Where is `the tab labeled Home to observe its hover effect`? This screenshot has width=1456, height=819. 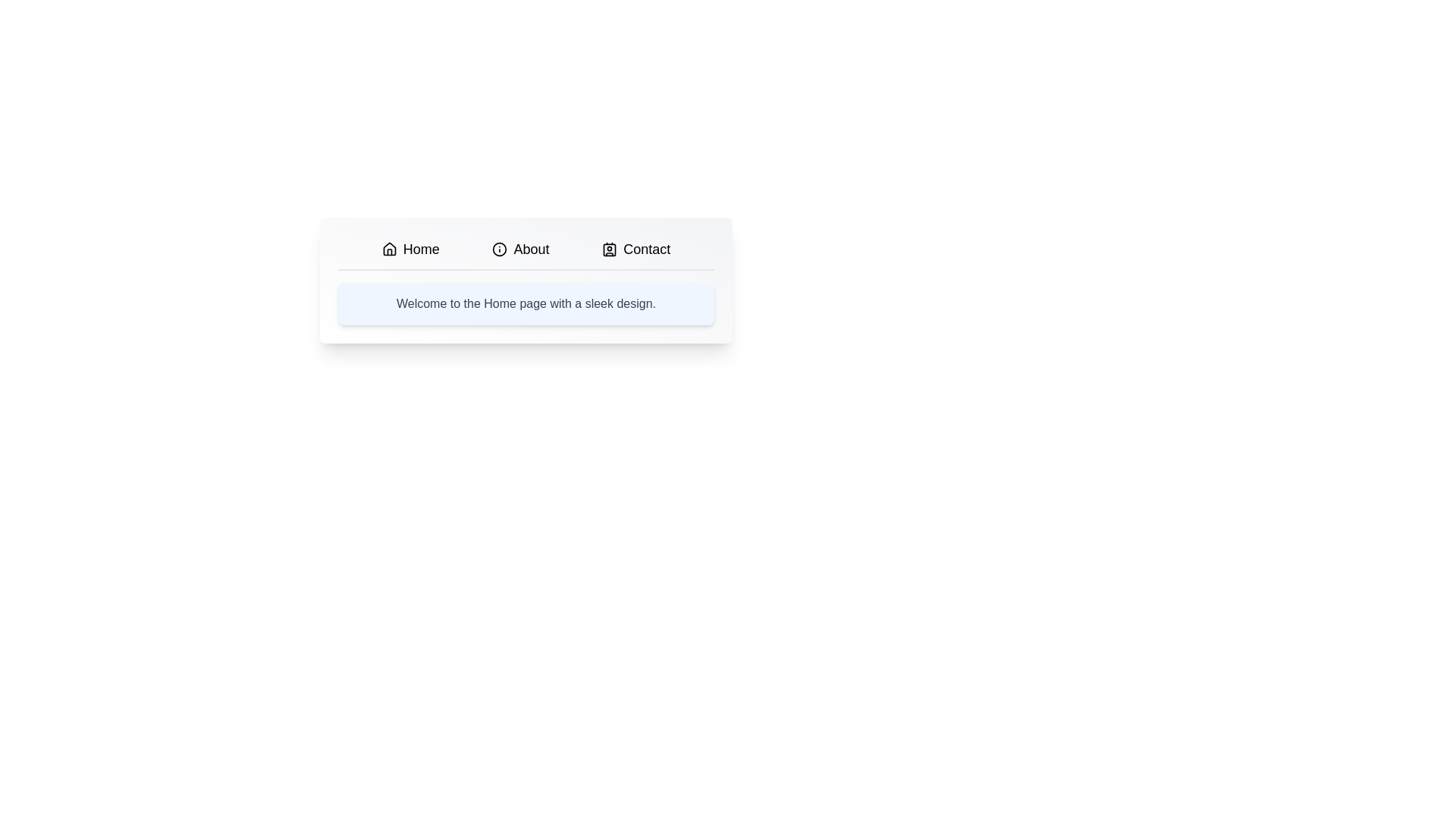 the tab labeled Home to observe its hover effect is located at coordinates (410, 248).